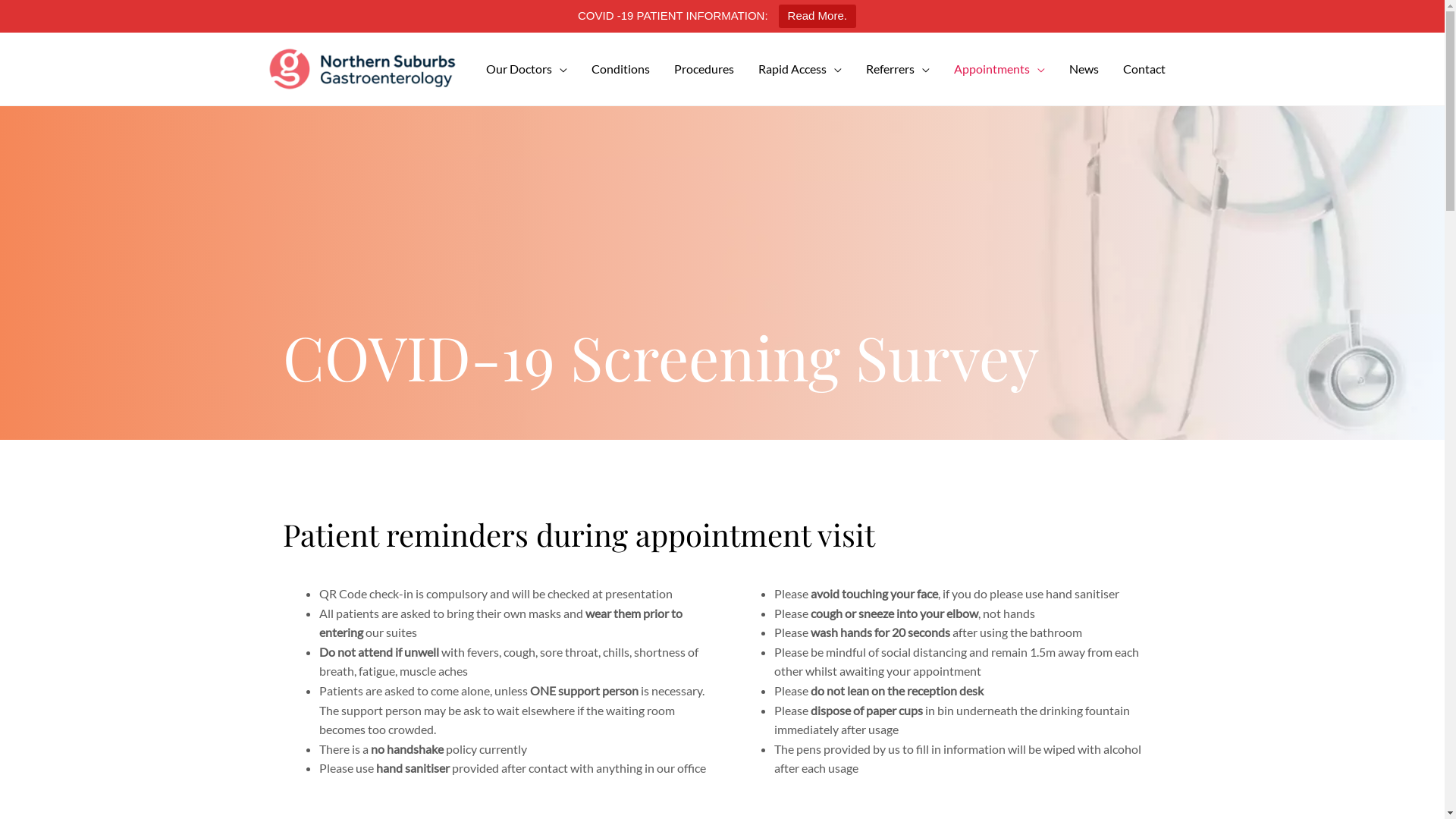 This screenshot has height=819, width=1456. I want to click on 'Read More.', so click(779, 16).